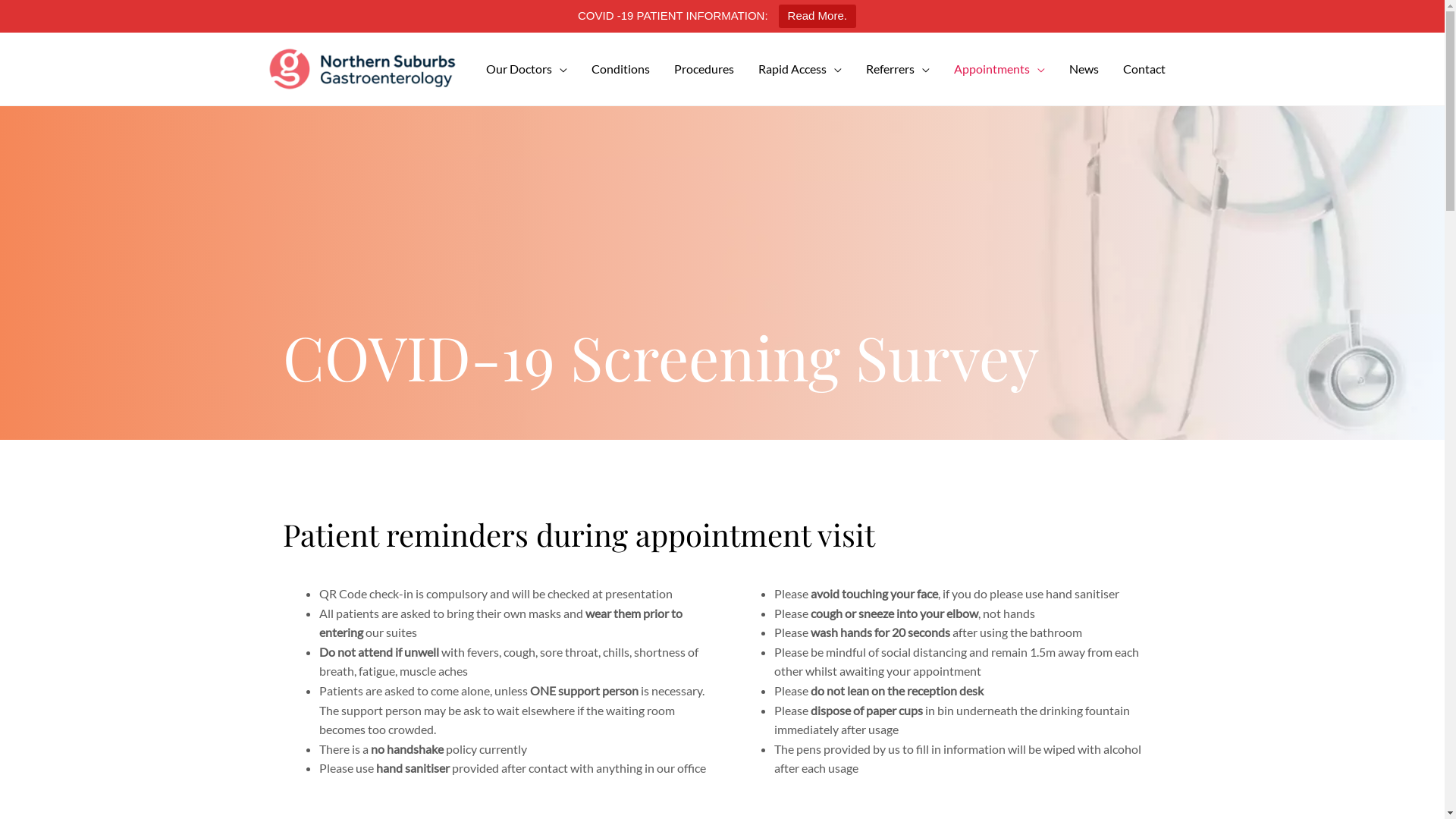 This screenshot has height=819, width=1456. I want to click on 'Read More.', so click(779, 16).